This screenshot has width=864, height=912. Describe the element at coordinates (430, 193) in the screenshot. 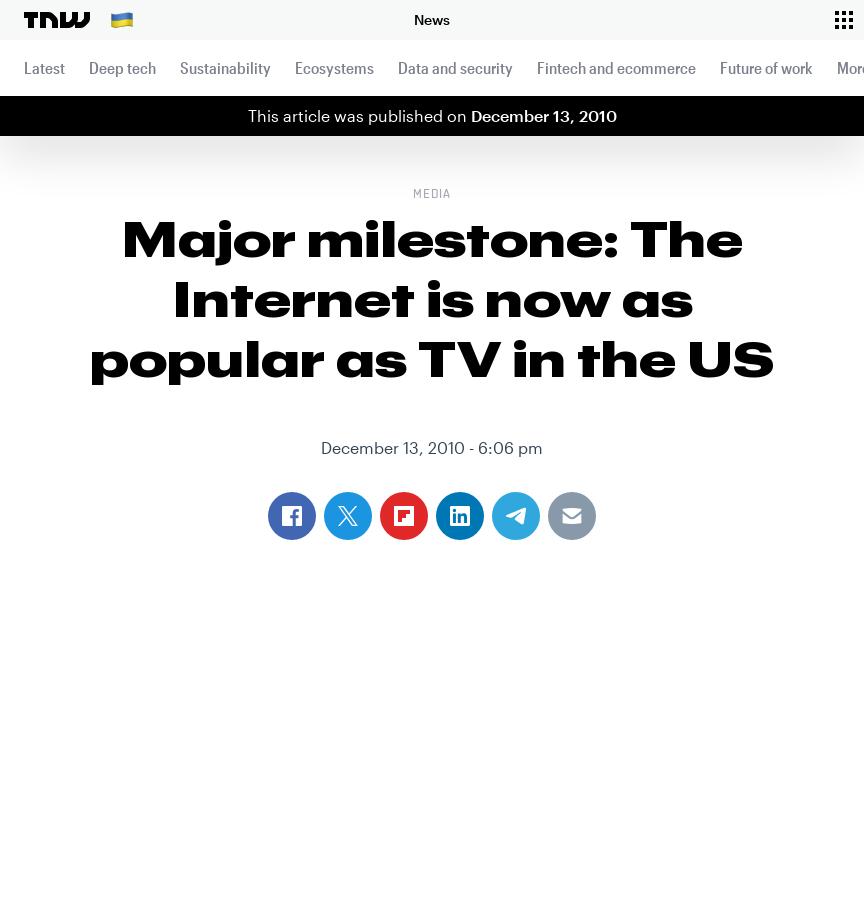

I see `'Media'` at that location.